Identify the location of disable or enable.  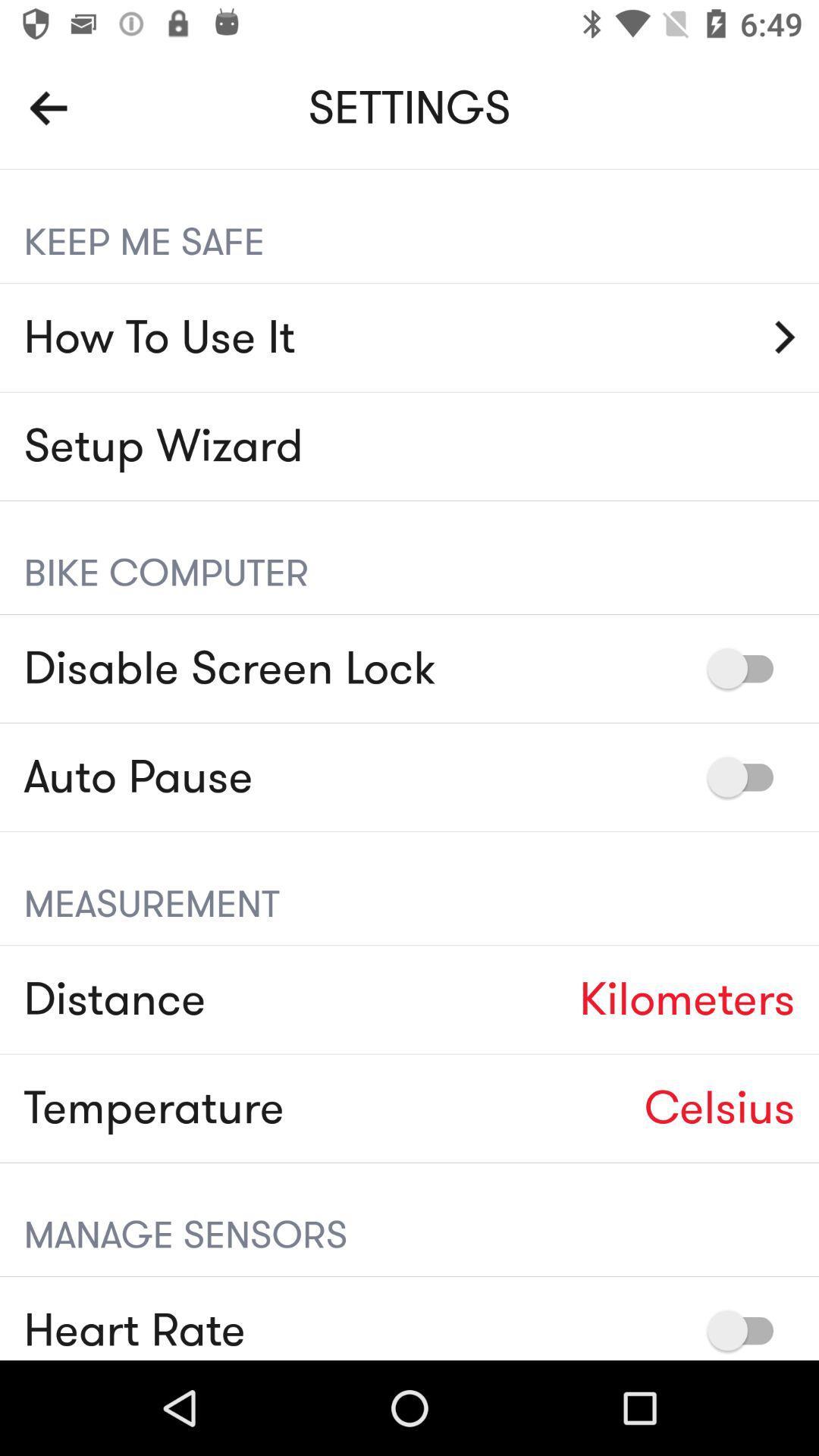
(747, 667).